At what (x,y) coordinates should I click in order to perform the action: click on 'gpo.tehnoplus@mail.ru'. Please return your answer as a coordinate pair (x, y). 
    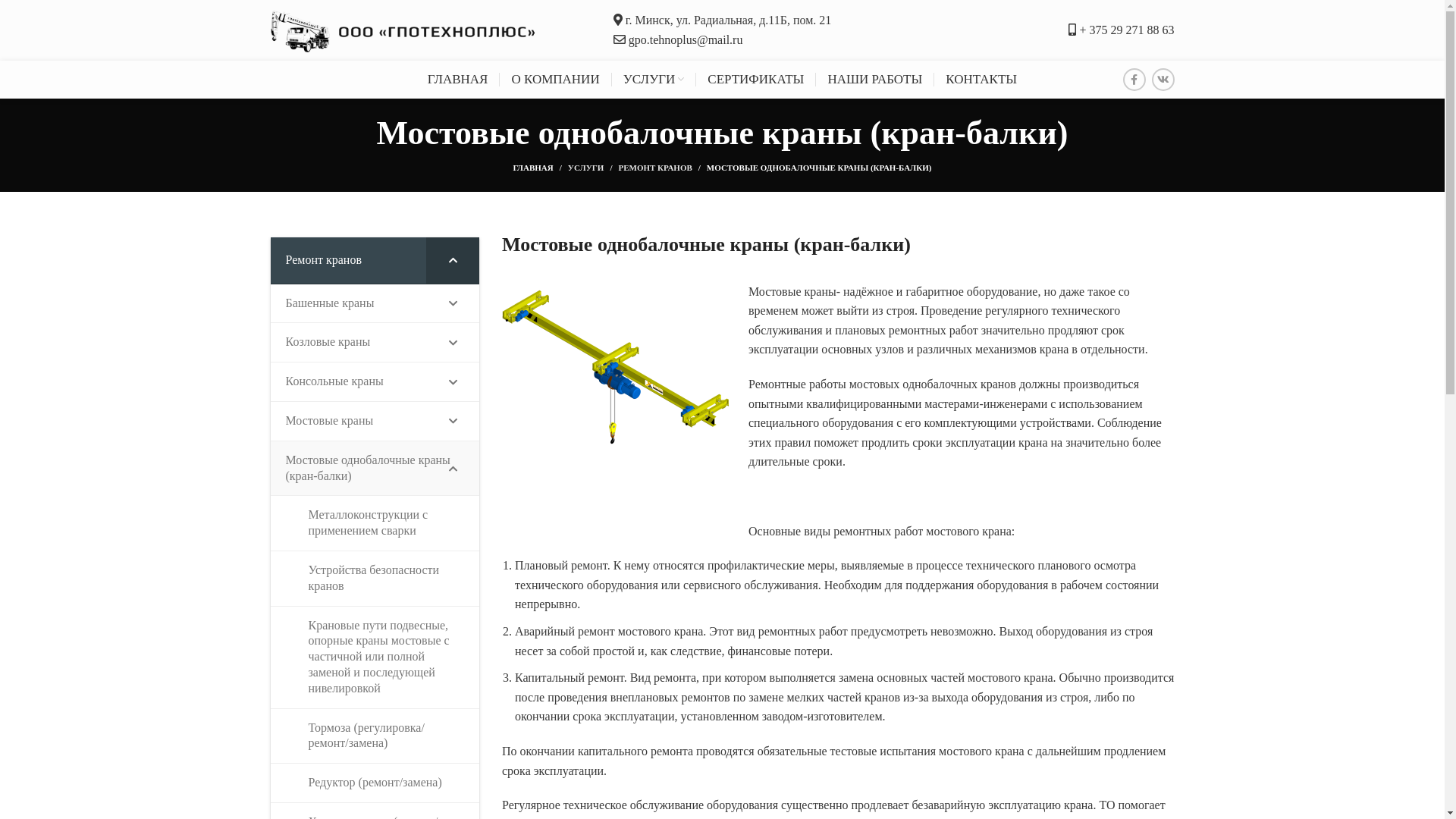
    Looking at the image, I should click on (685, 39).